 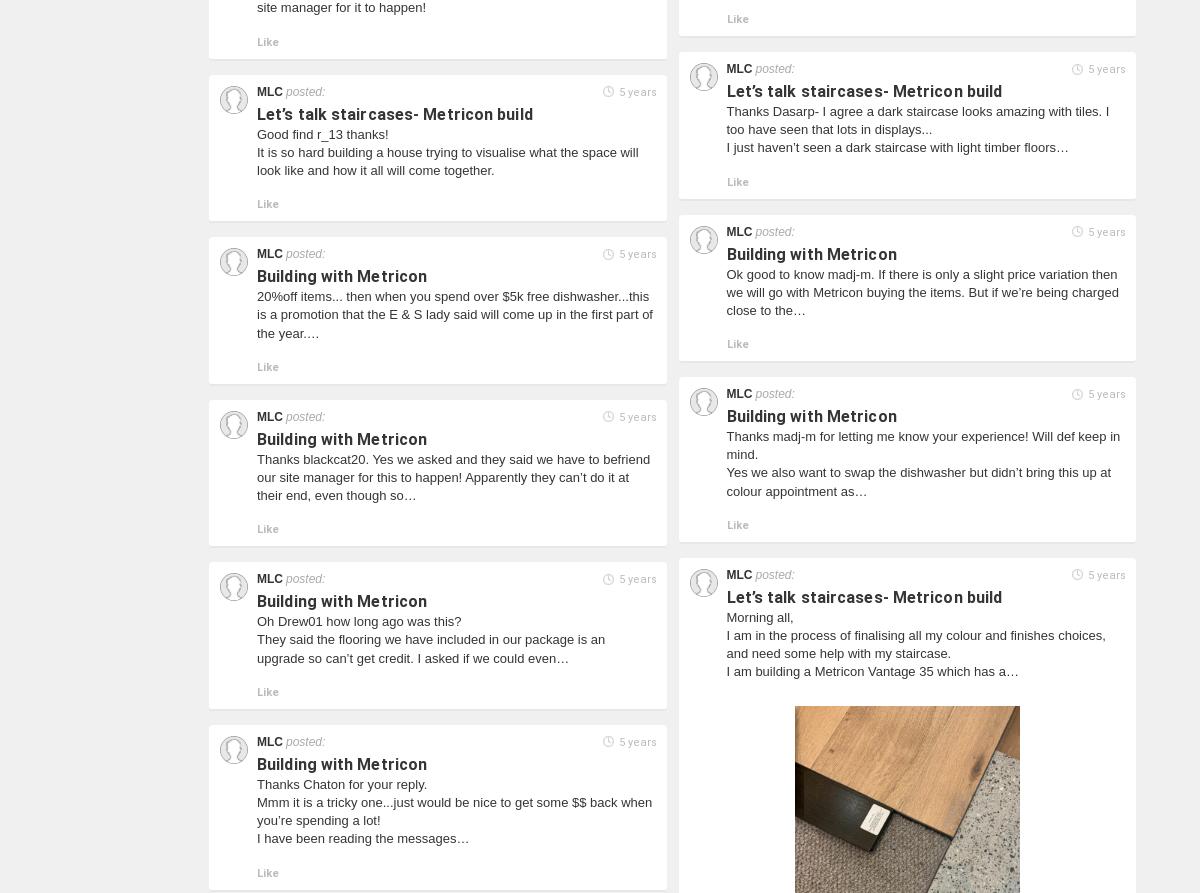 What do you see at coordinates (256, 159) in the screenshot?
I see `'It is so hard building a house trying to visualise what the space will look like and how it all will come together.'` at bounding box center [256, 159].